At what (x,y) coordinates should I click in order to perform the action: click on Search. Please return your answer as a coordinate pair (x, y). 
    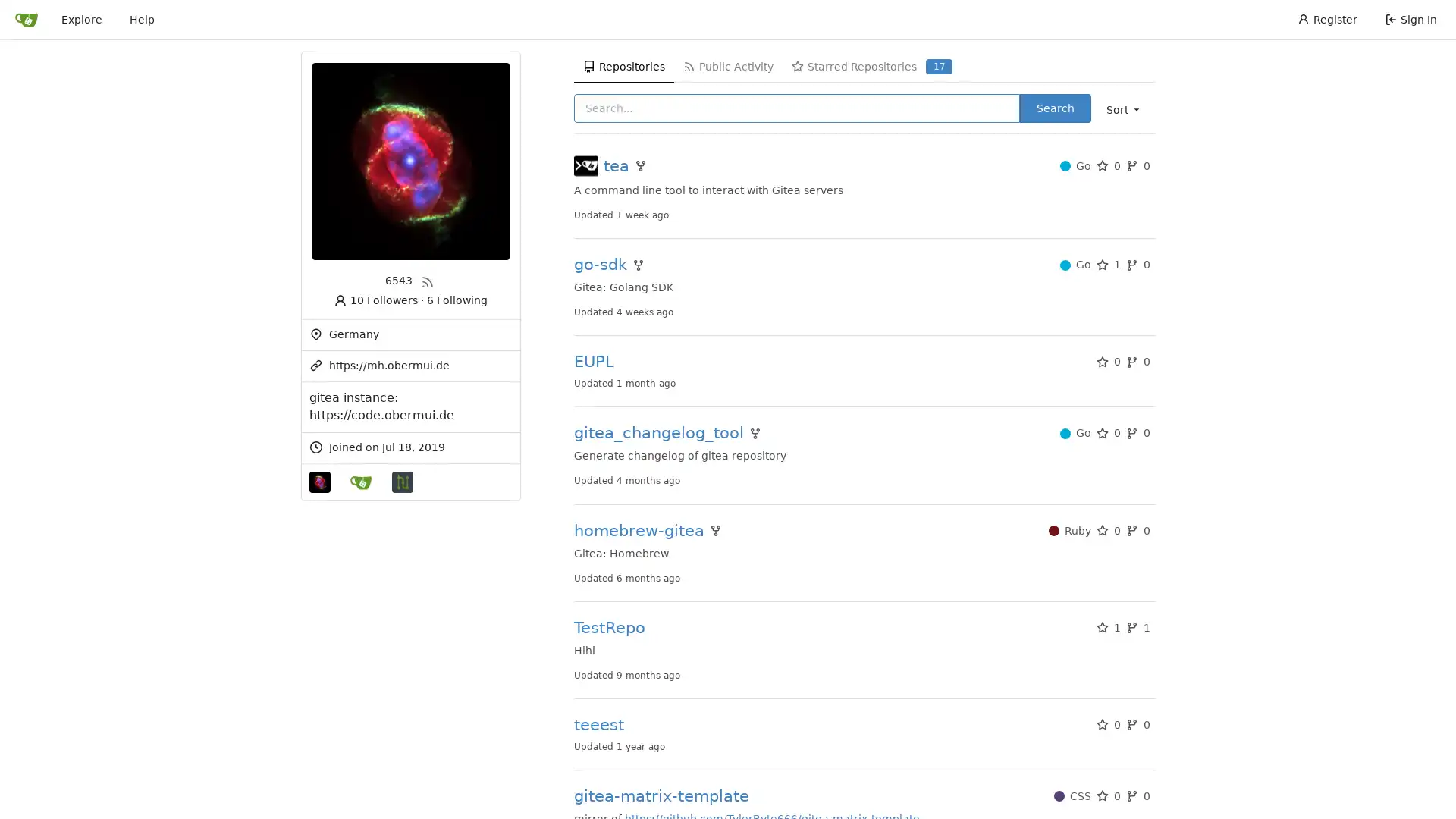
    Looking at the image, I should click on (1054, 107).